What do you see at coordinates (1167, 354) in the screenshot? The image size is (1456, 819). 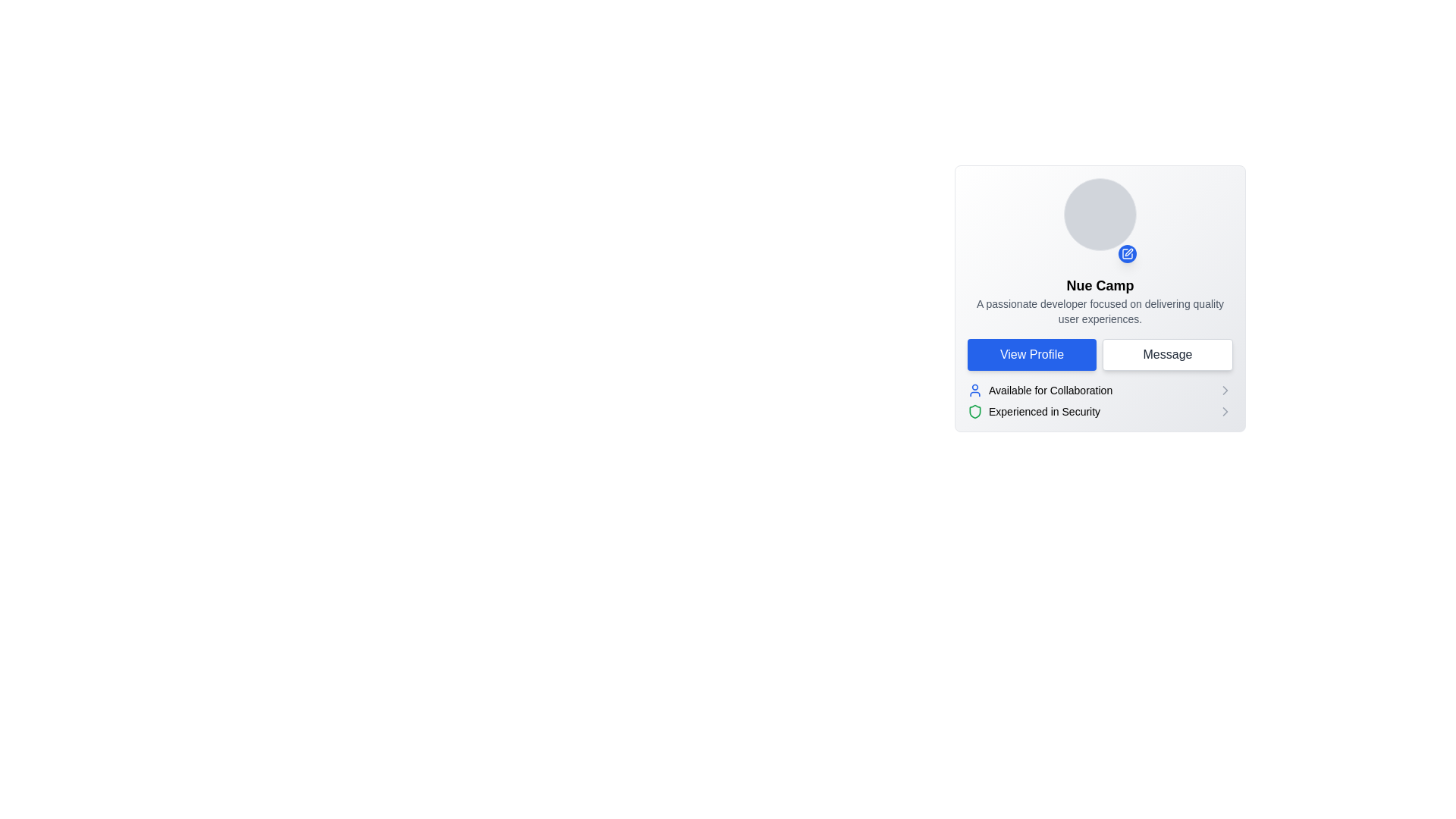 I see `the 'Message' button, which is a rectangular button with a white background, bold black text, and a light gray border, located below the profile information section and to the right of the 'View Profile' button` at bounding box center [1167, 354].